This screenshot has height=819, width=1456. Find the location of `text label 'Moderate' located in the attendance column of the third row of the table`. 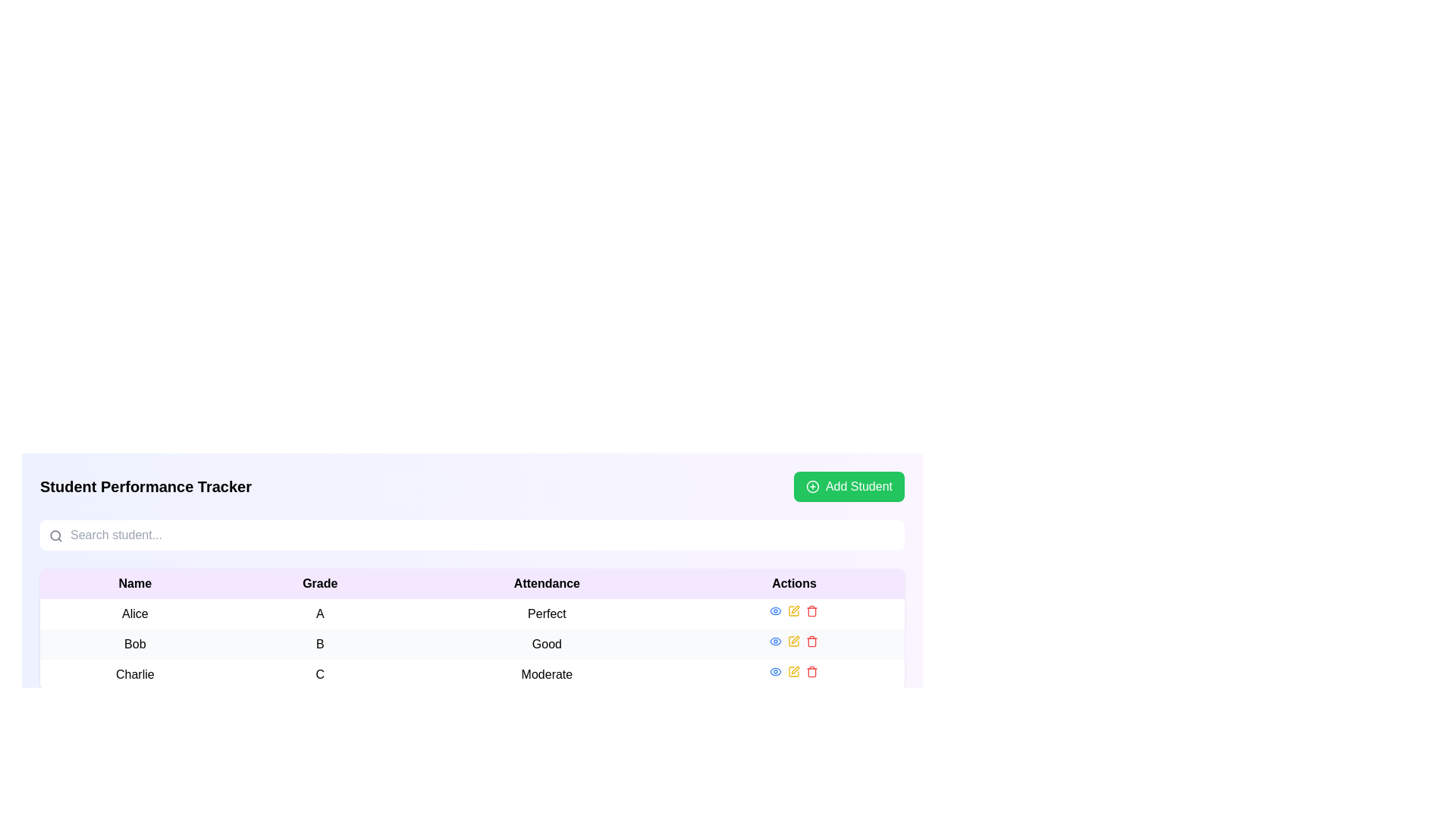

text label 'Moderate' located in the attendance column of the third row of the table is located at coordinates (546, 674).